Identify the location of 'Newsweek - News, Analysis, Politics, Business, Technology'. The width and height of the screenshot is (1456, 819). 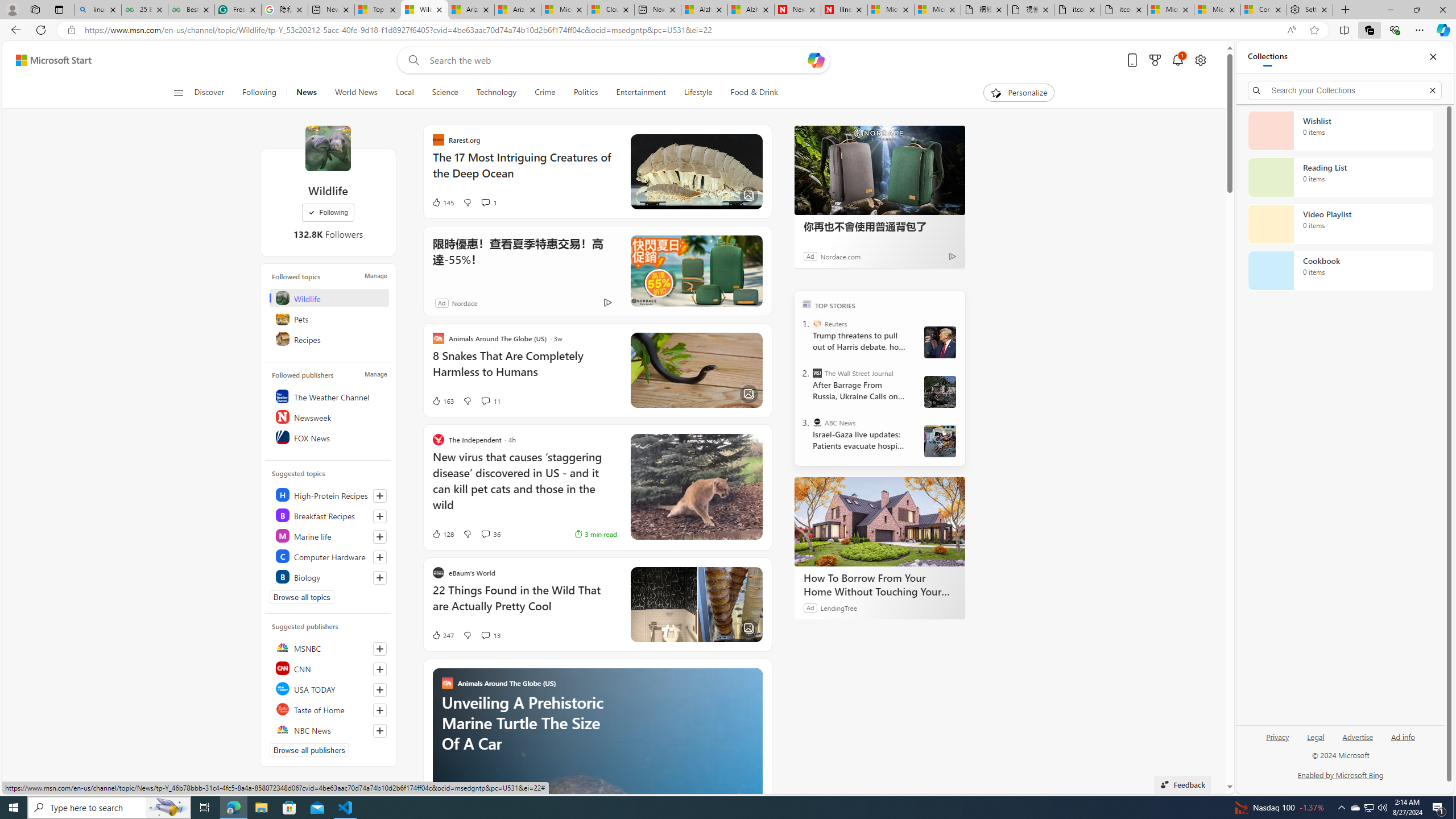
(797, 9).